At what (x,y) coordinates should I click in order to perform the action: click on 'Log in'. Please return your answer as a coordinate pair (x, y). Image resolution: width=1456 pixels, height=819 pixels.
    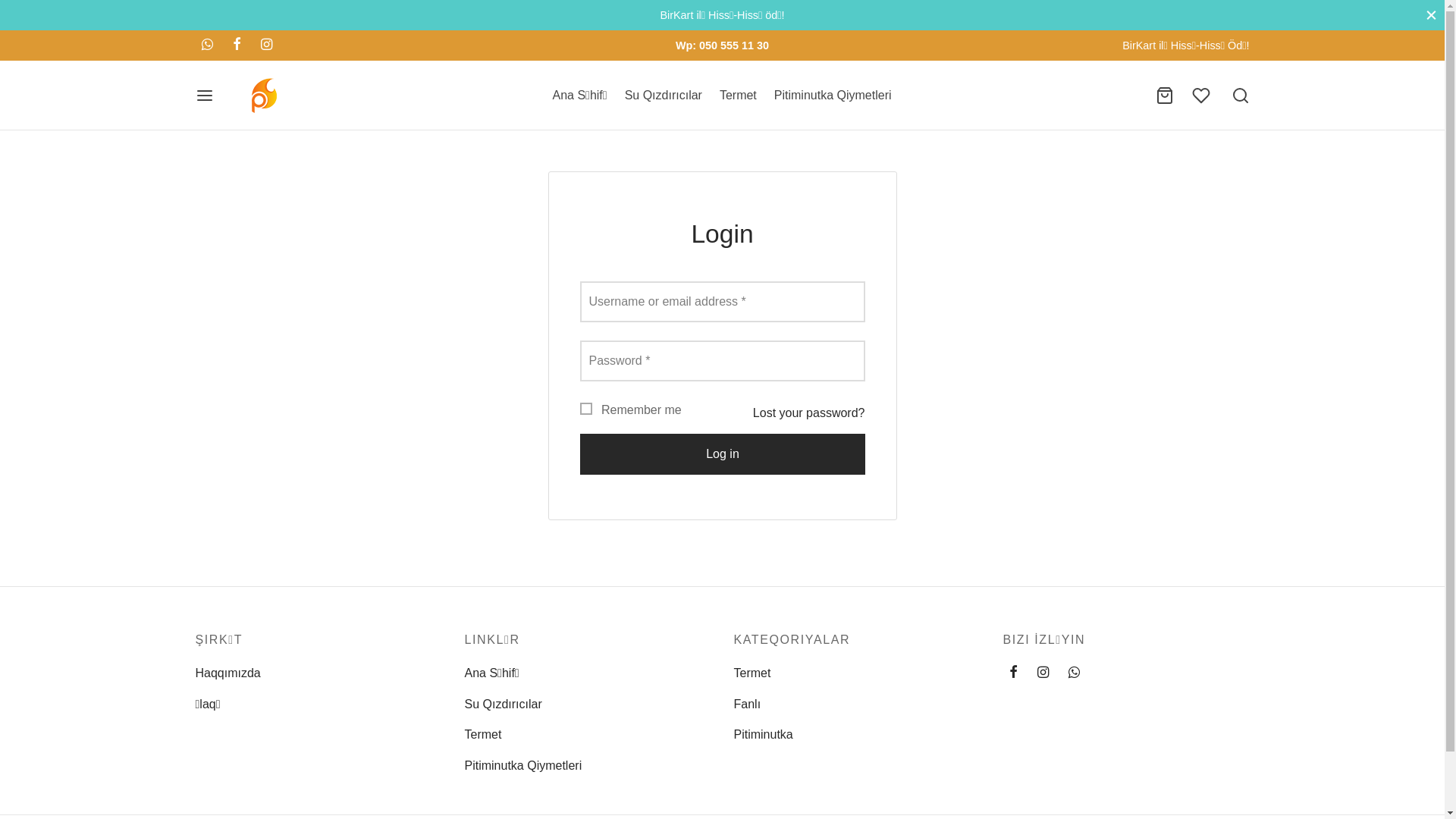
    Looking at the image, I should click on (720, 453).